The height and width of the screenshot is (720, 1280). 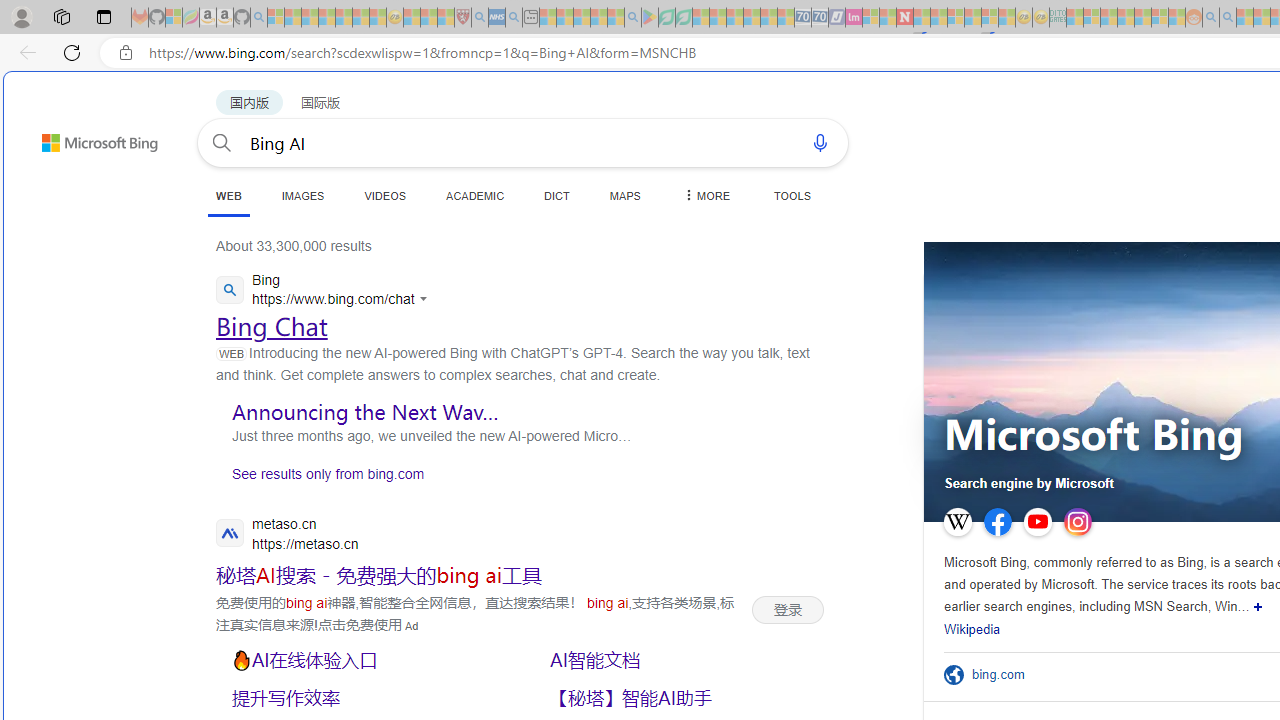 I want to click on 'MSNBC - MSN - Sleeping', so click(x=1074, y=17).